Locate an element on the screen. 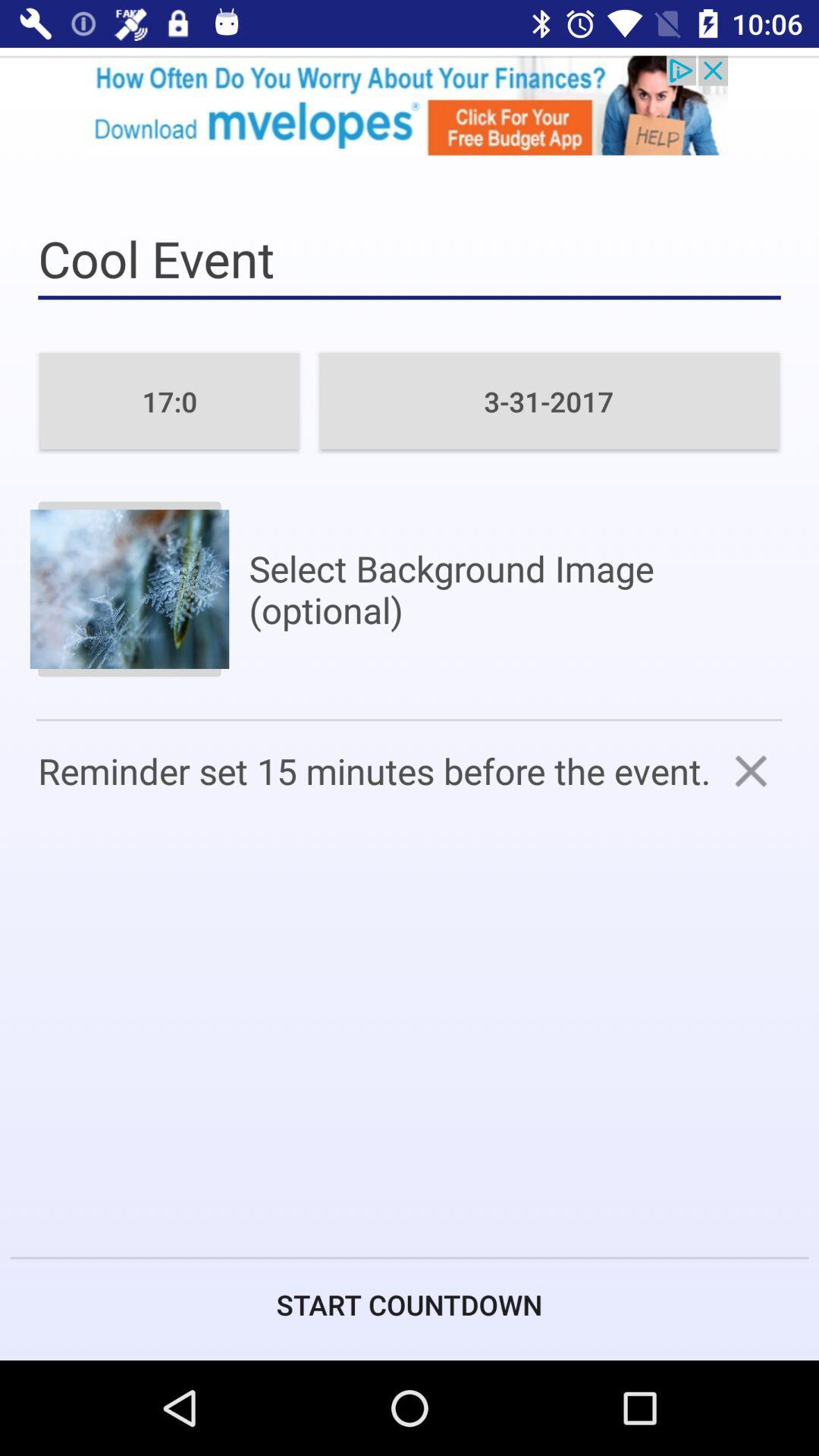 This screenshot has height=1456, width=819. cancel the reminder is located at coordinates (751, 770).